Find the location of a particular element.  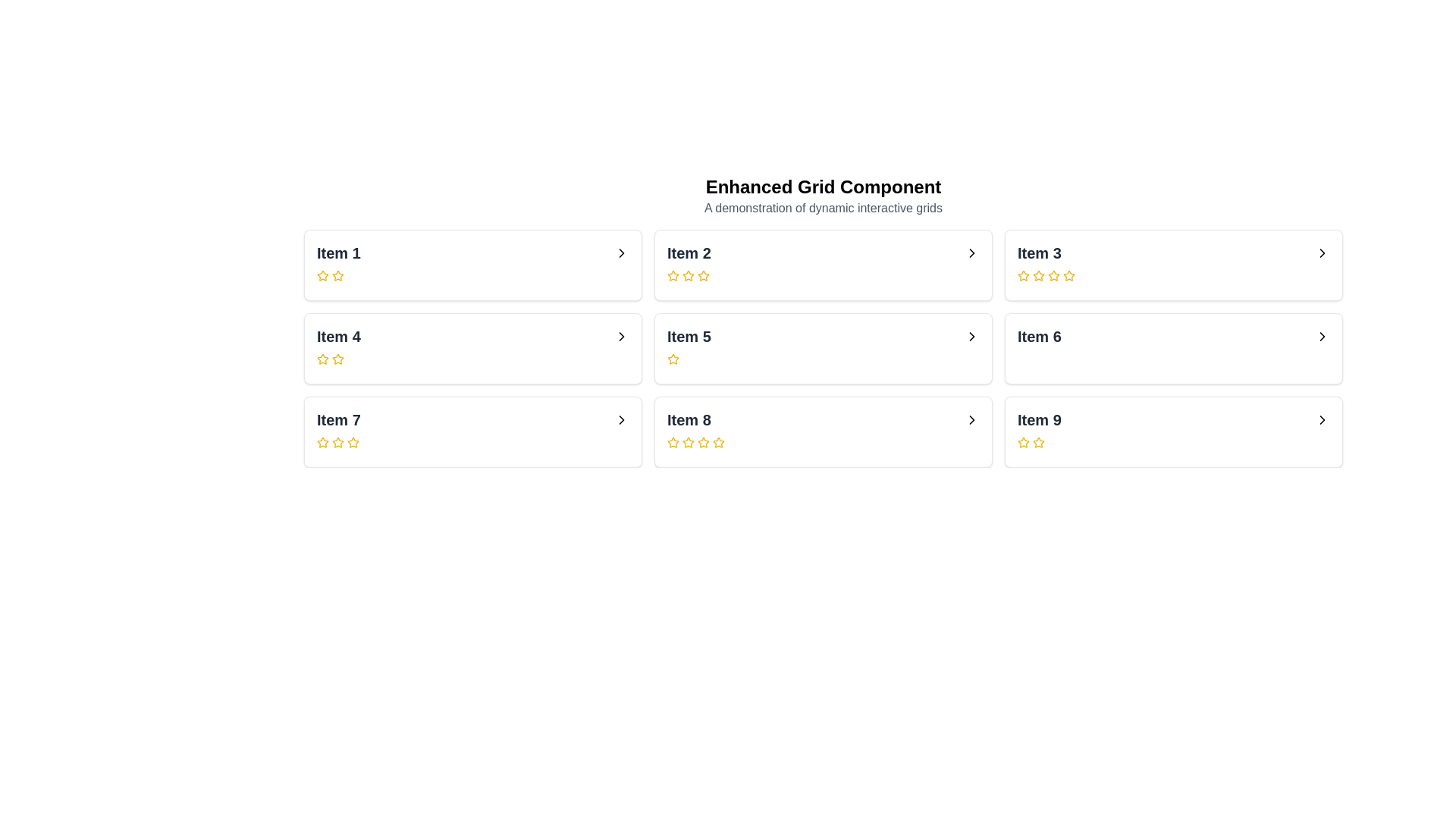

the first star icon in the rating system for 'Item 3' is located at coordinates (1023, 275).